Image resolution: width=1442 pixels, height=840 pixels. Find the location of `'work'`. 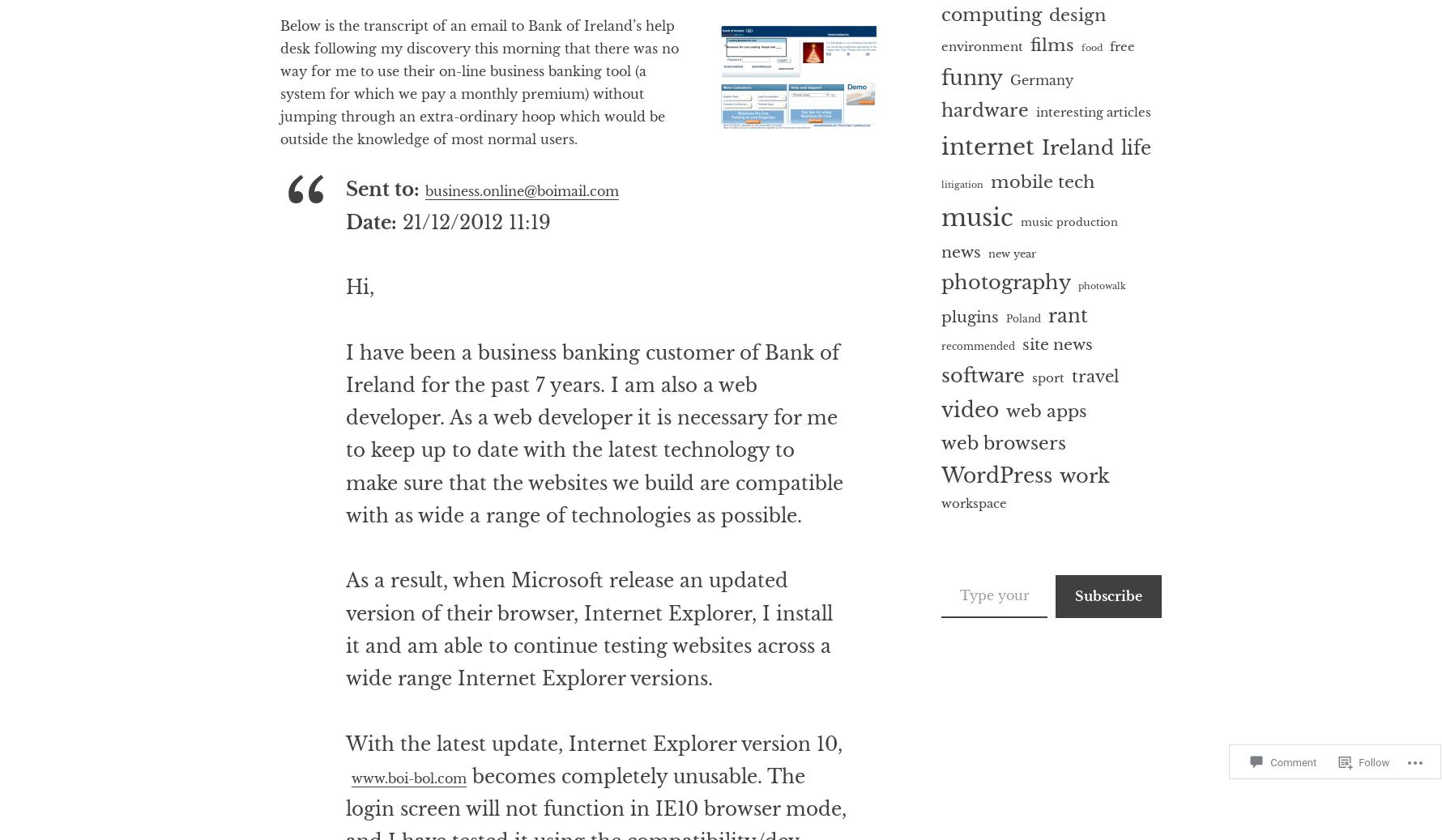

'work' is located at coordinates (1084, 475).